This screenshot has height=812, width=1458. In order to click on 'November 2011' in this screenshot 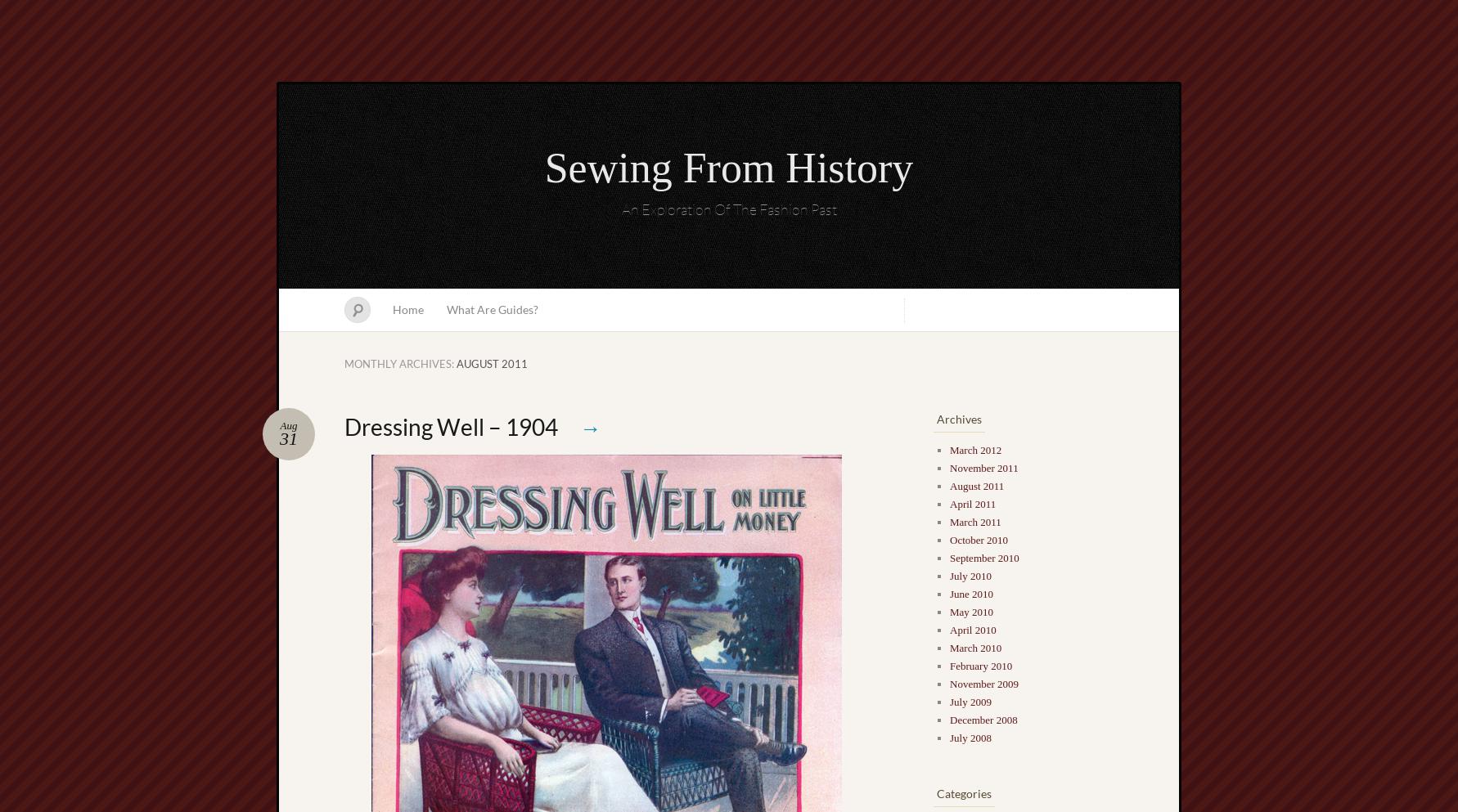, I will do `click(948, 467)`.